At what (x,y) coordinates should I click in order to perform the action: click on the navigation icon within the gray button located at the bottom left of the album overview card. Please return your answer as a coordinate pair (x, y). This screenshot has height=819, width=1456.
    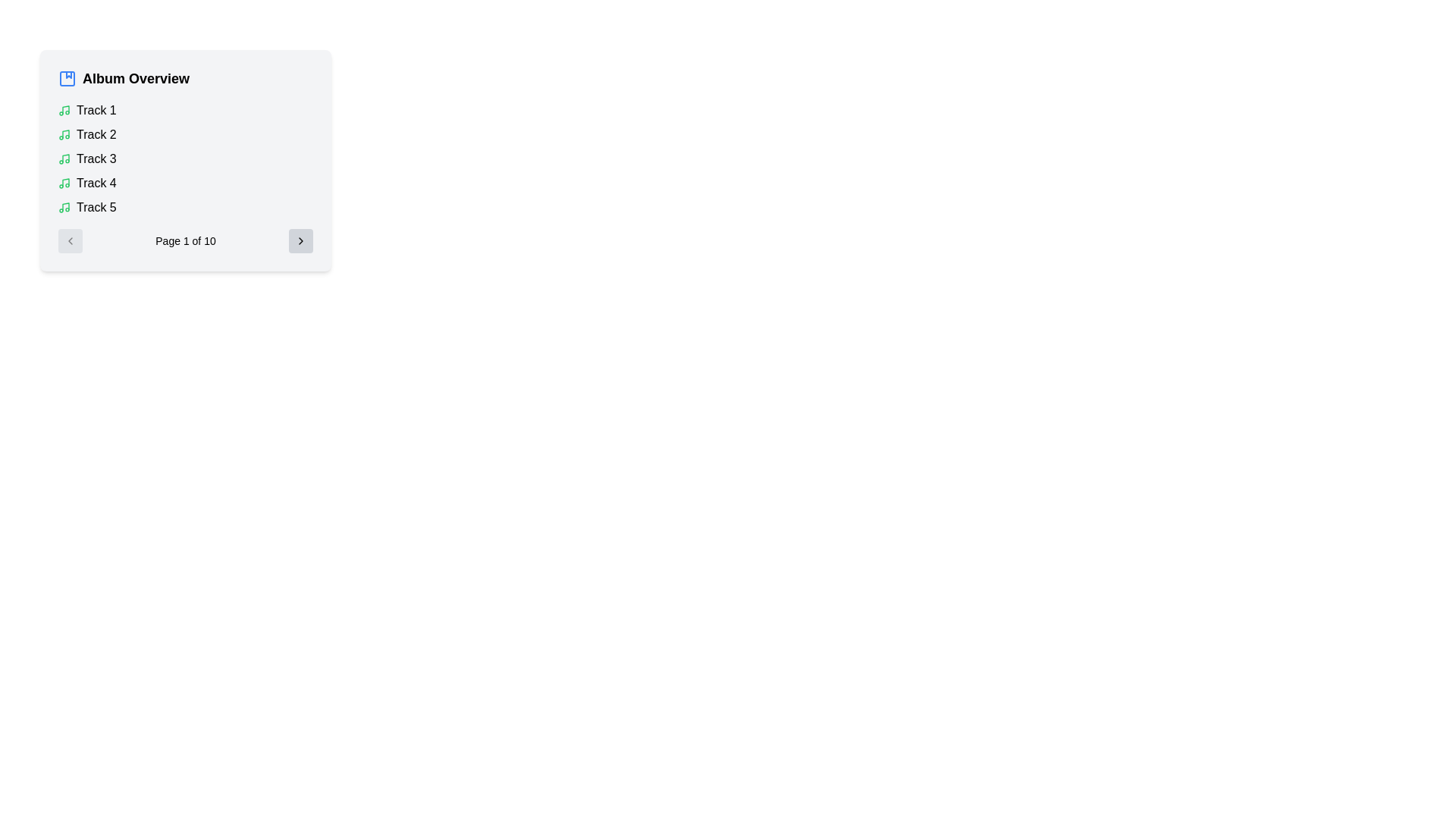
    Looking at the image, I should click on (69, 240).